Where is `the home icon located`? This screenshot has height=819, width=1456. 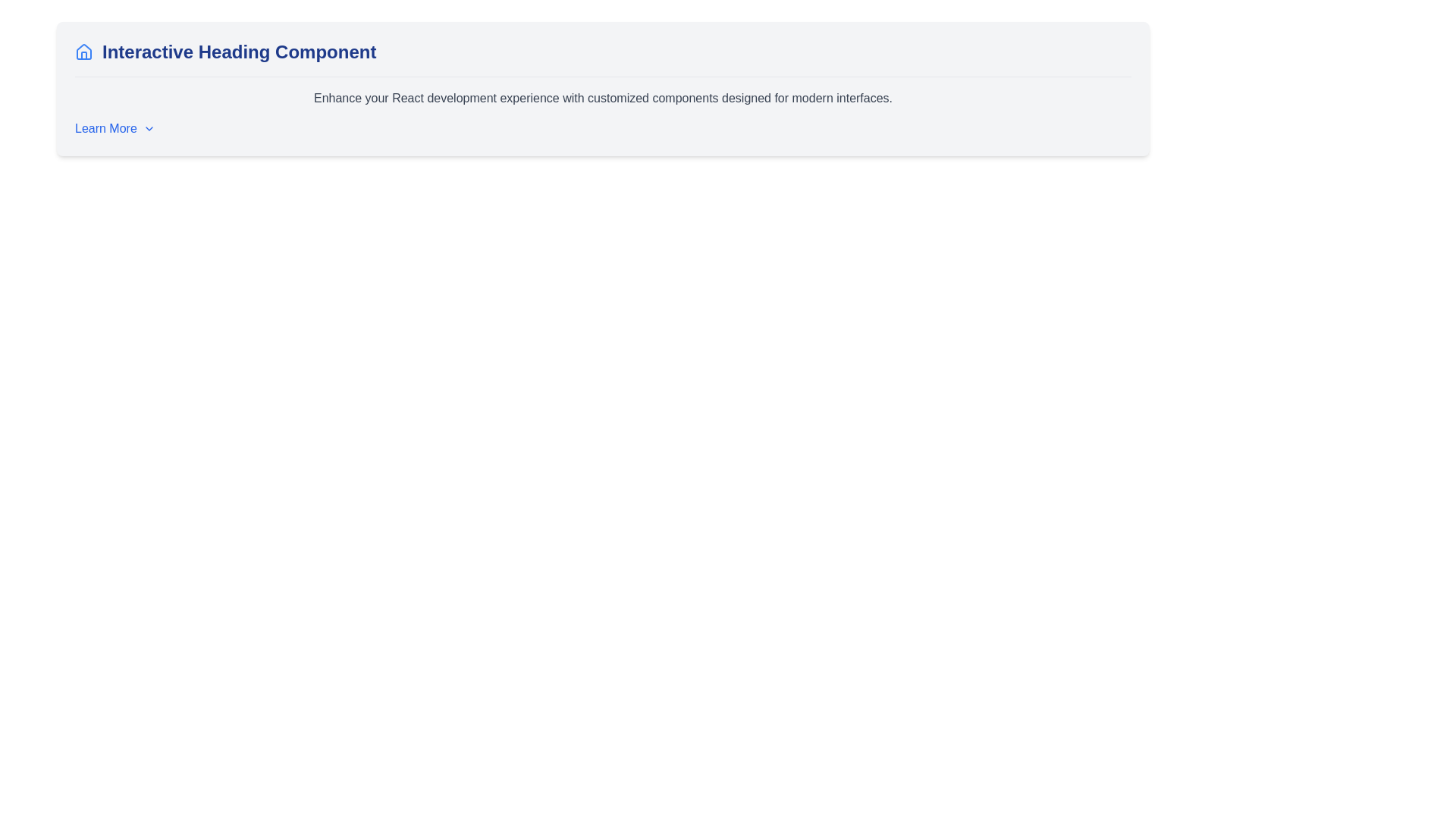 the home icon located is located at coordinates (83, 52).